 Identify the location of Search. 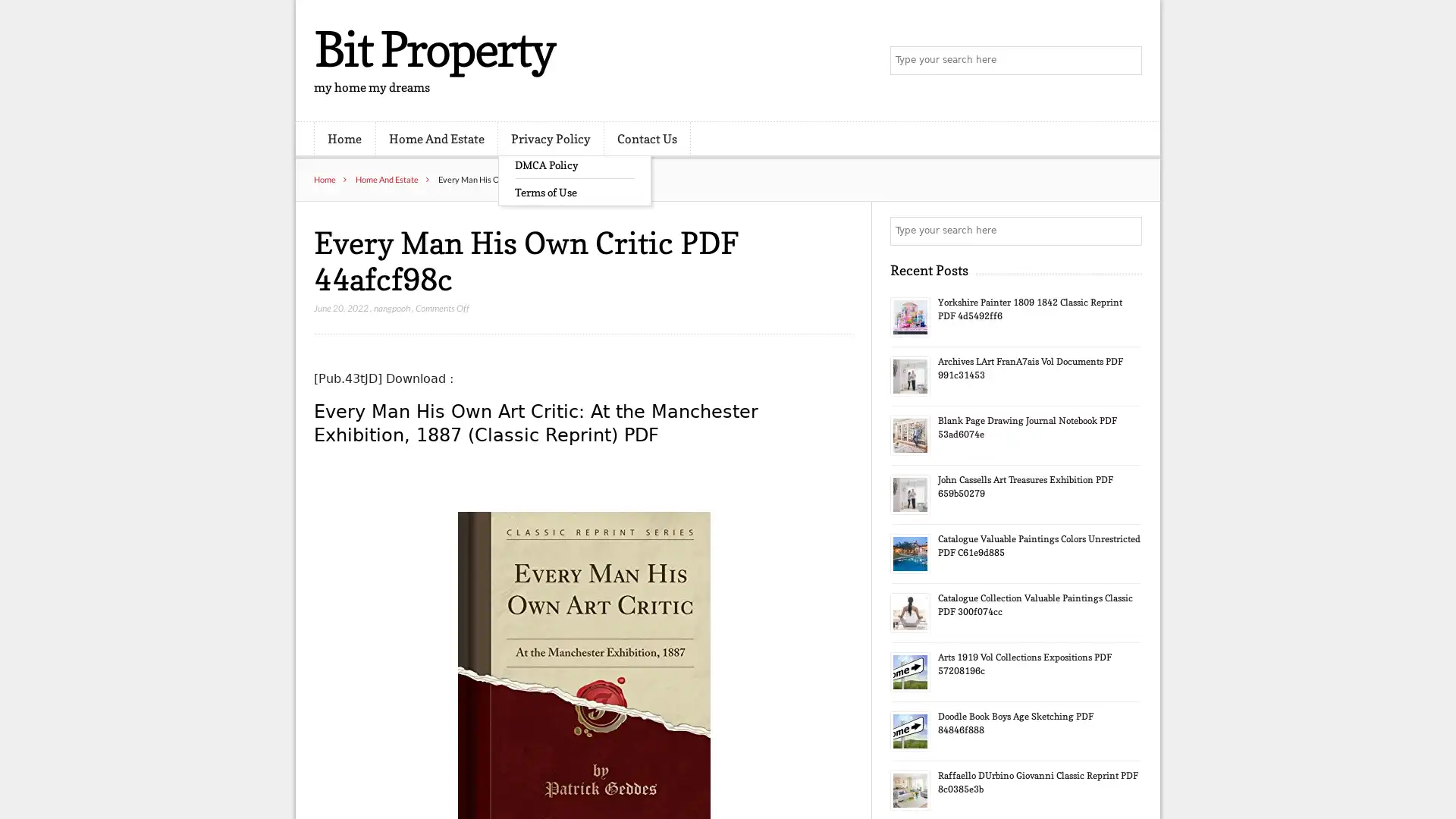
(1126, 231).